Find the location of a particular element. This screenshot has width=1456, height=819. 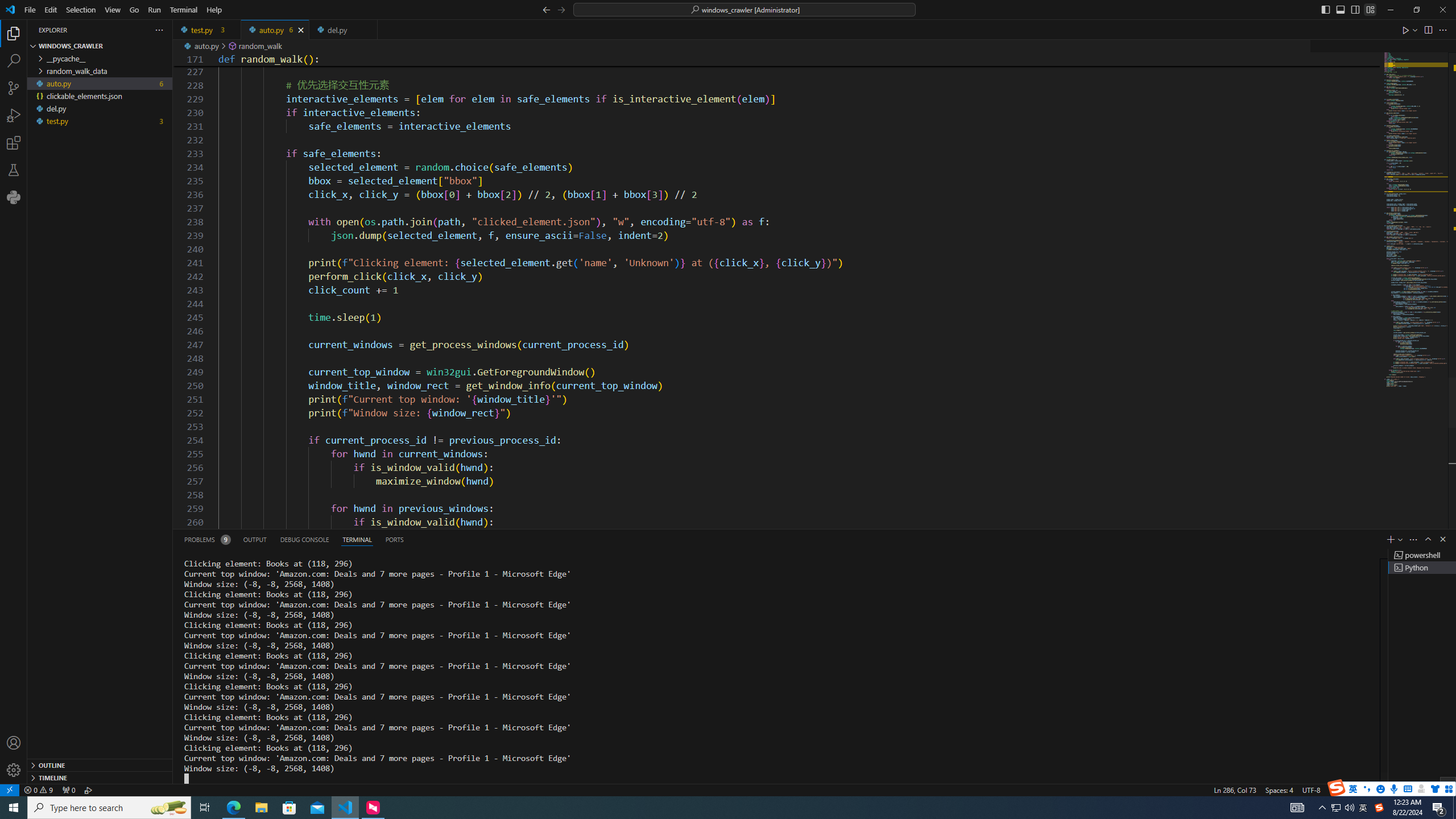

'Timeline Section' is located at coordinates (100, 777).